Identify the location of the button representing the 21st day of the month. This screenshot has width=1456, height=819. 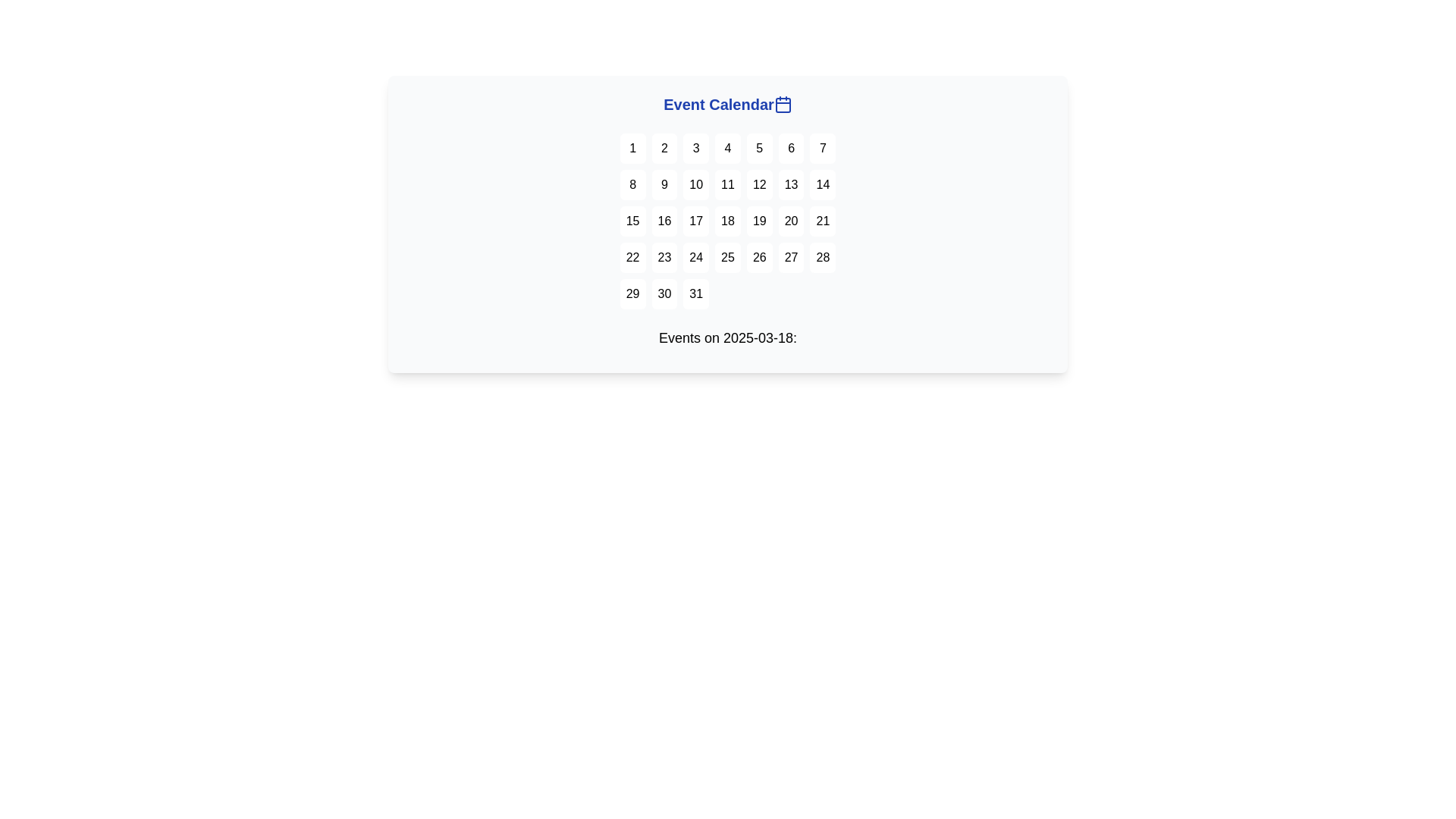
(822, 221).